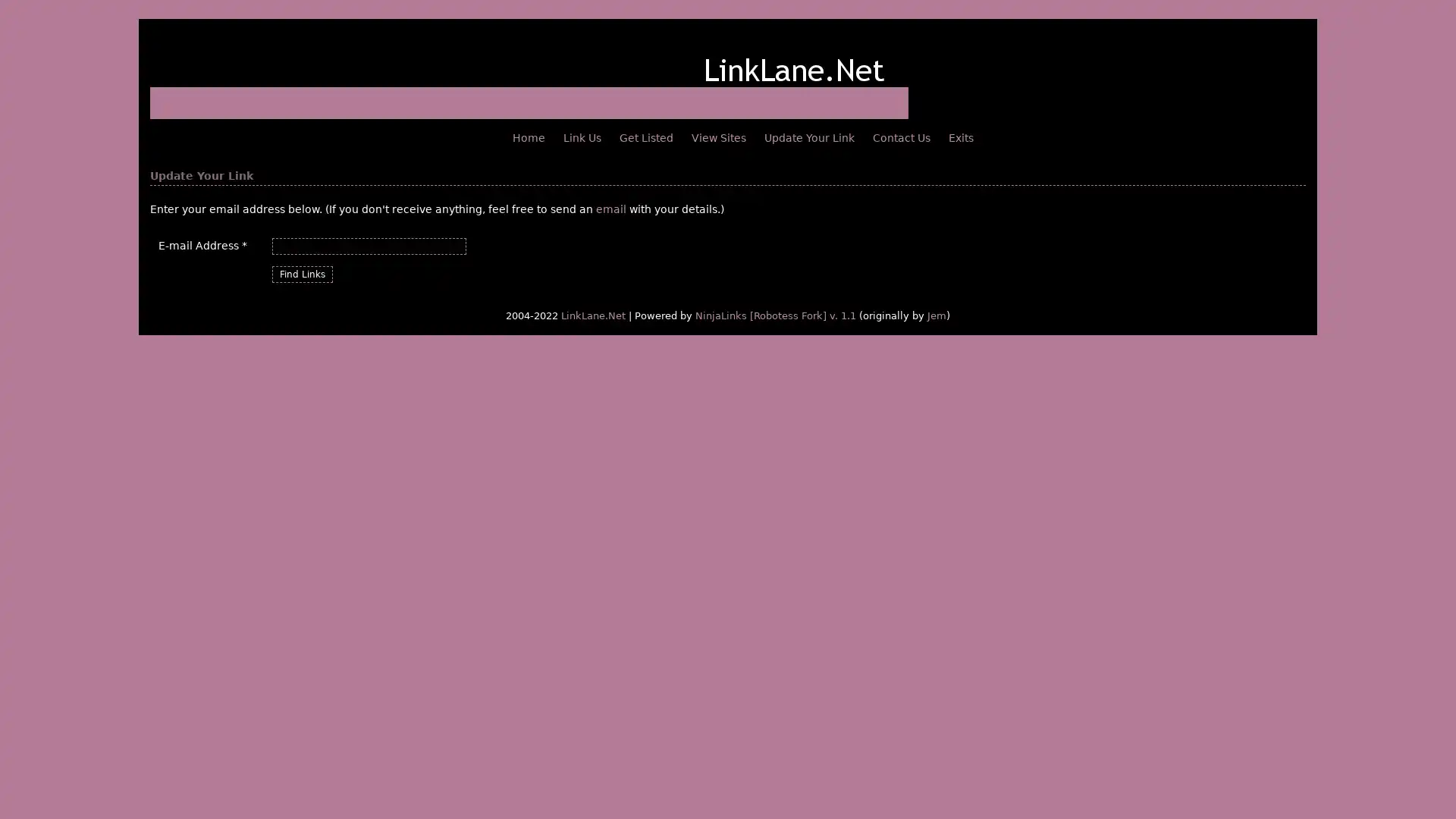 This screenshot has width=1456, height=819. What do you see at coordinates (302, 275) in the screenshot?
I see `Find Links` at bounding box center [302, 275].